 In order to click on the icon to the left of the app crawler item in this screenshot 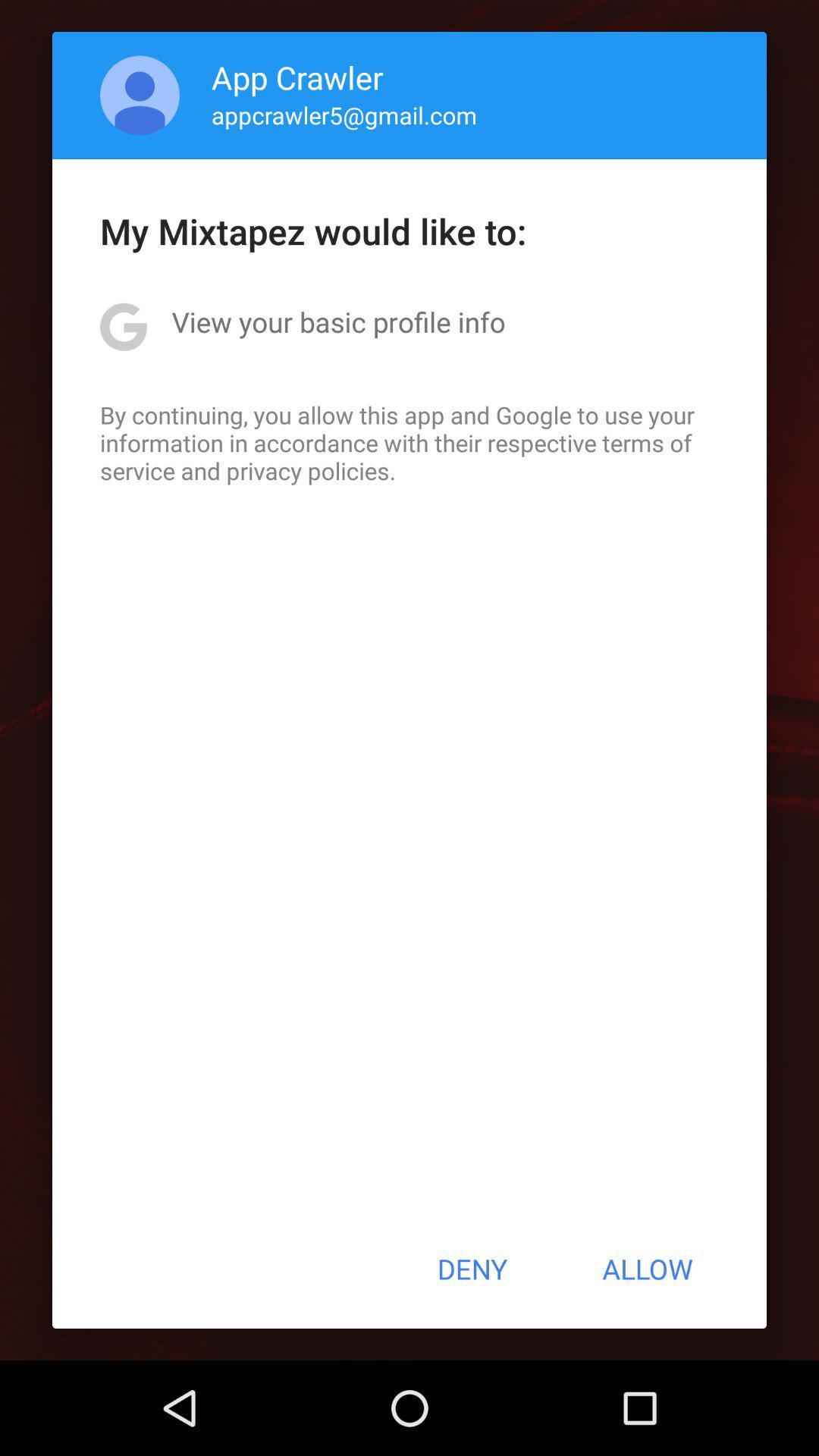, I will do `click(140, 94)`.